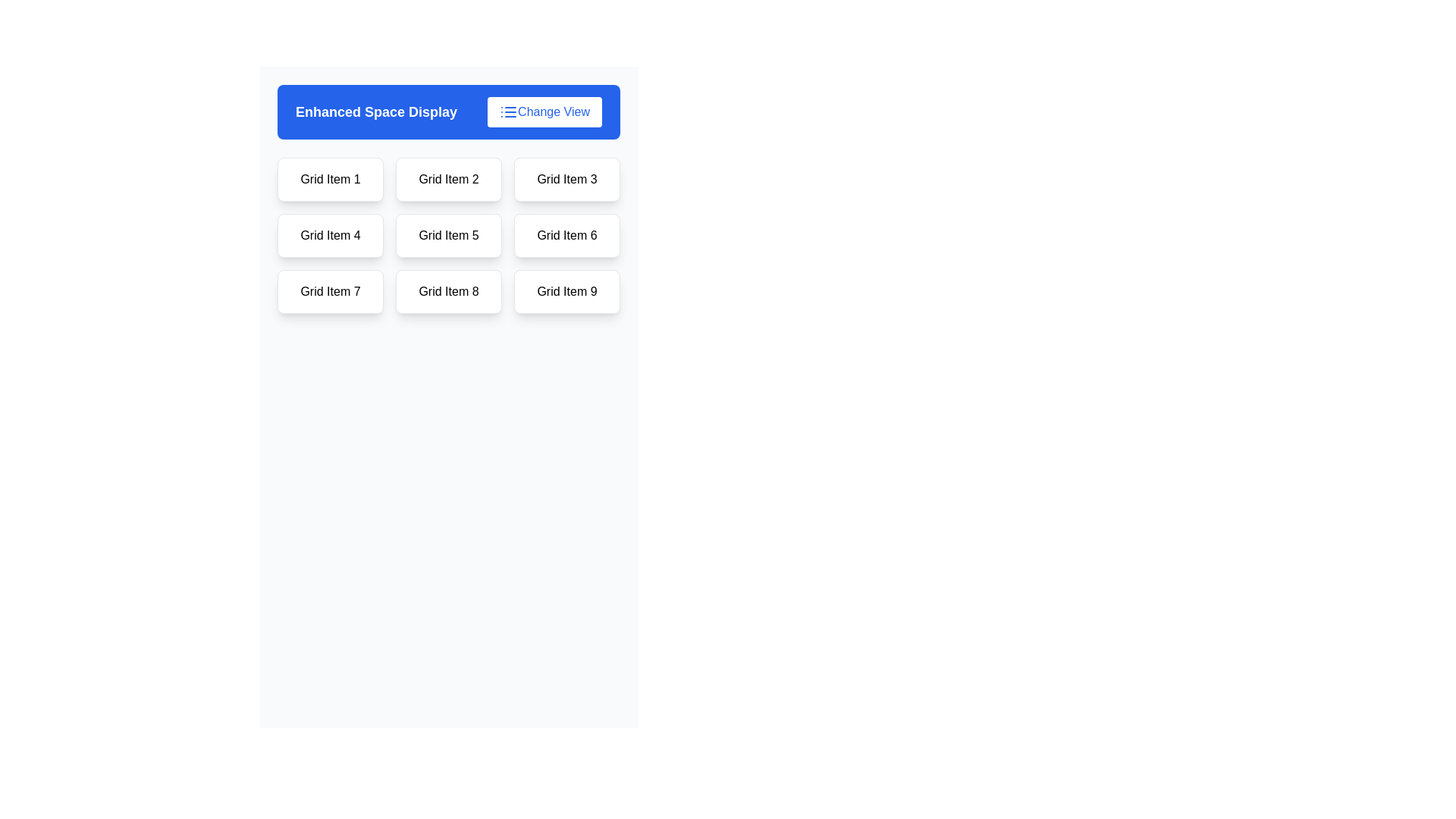 This screenshot has width=1456, height=819. I want to click on the Static card that displays 'Grid Item 7', which is a rectangular tile with a white background and rounded corners located in the third row, first column of the grid layout, so click(330, 292).